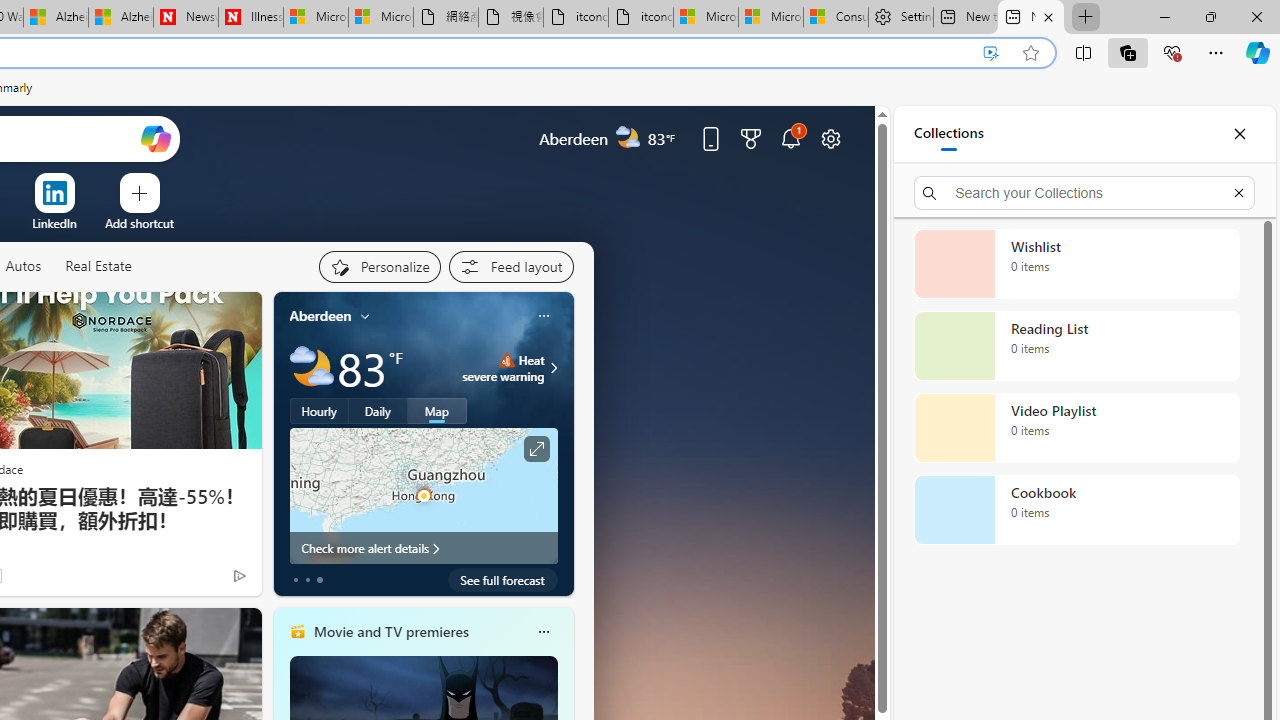 Image resolution: width=1280 pixels, height=720 pixels. What do you see at coordinates (306, 579) in the screenshot?
I see `'tab-1'` at bounding box center [306, 579].